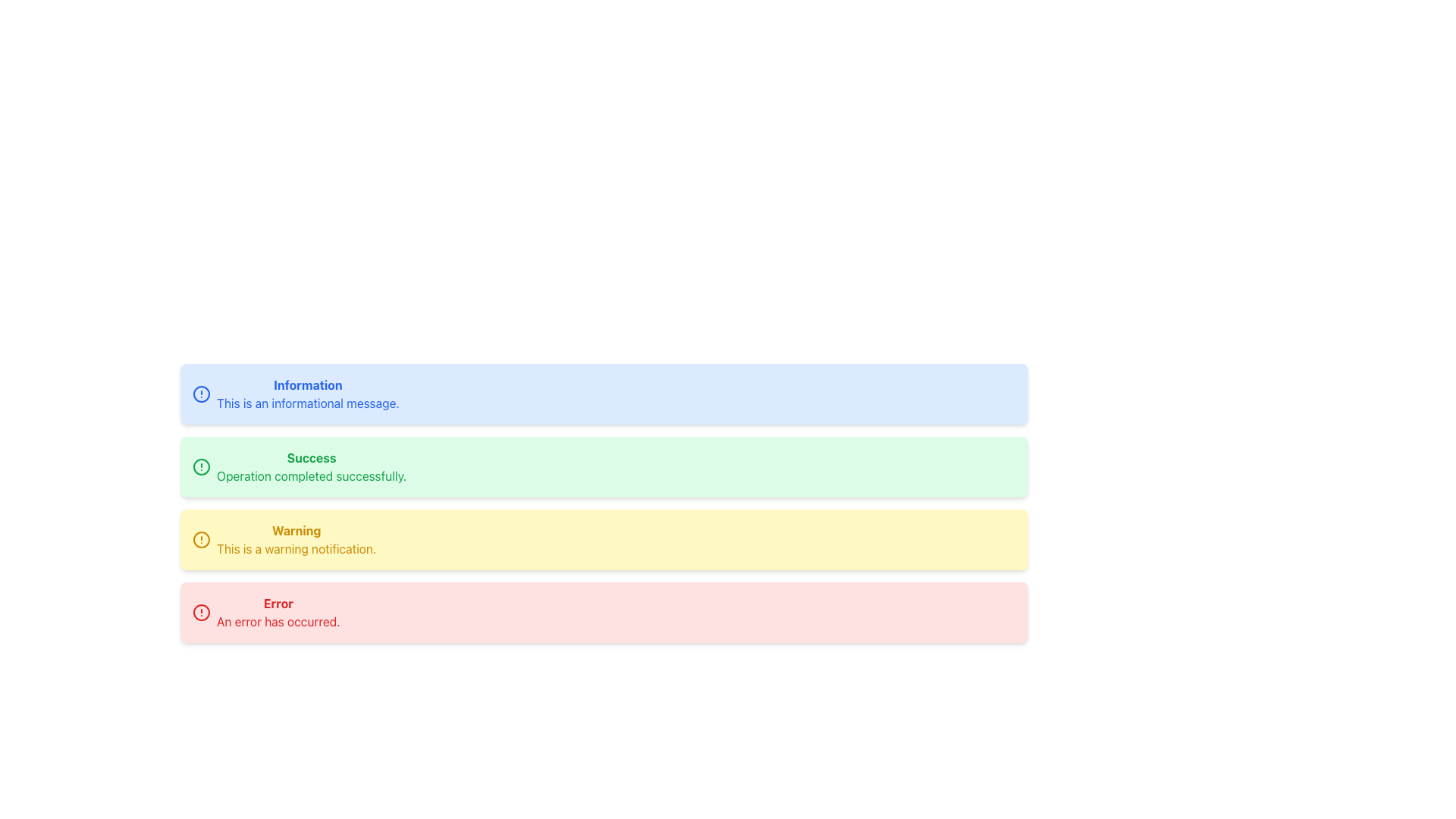 This screenshot has width=1456, height=819. What do you see at coordinates (278, 622) in the screenshot?
I see `error message displayed in the text label located in the lower section of the red notification panel, centered below the bold 'Error' text` at bounding box center [278, 622].